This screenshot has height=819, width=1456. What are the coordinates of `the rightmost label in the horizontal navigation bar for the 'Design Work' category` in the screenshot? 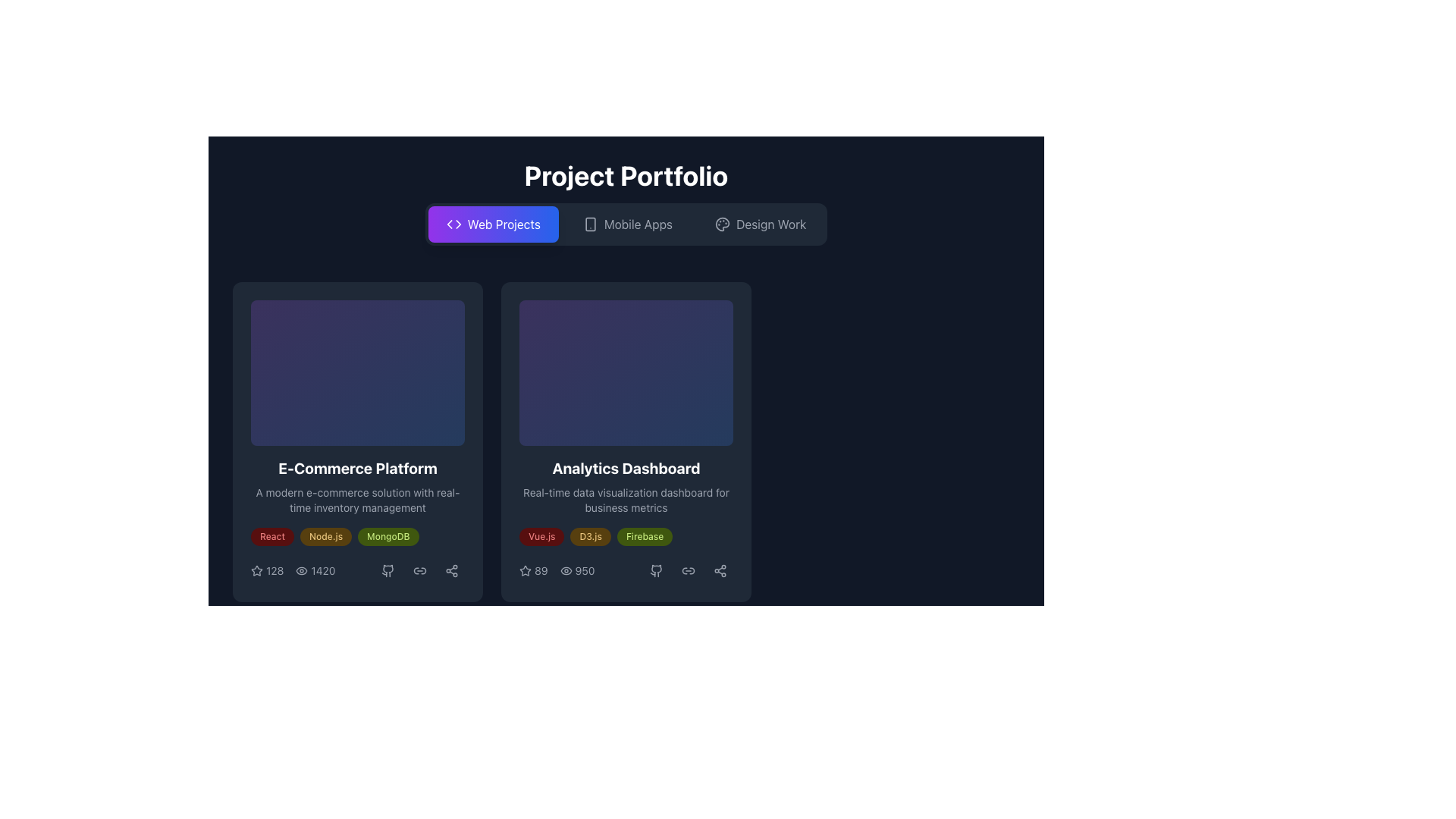 It's located at (771, 224).